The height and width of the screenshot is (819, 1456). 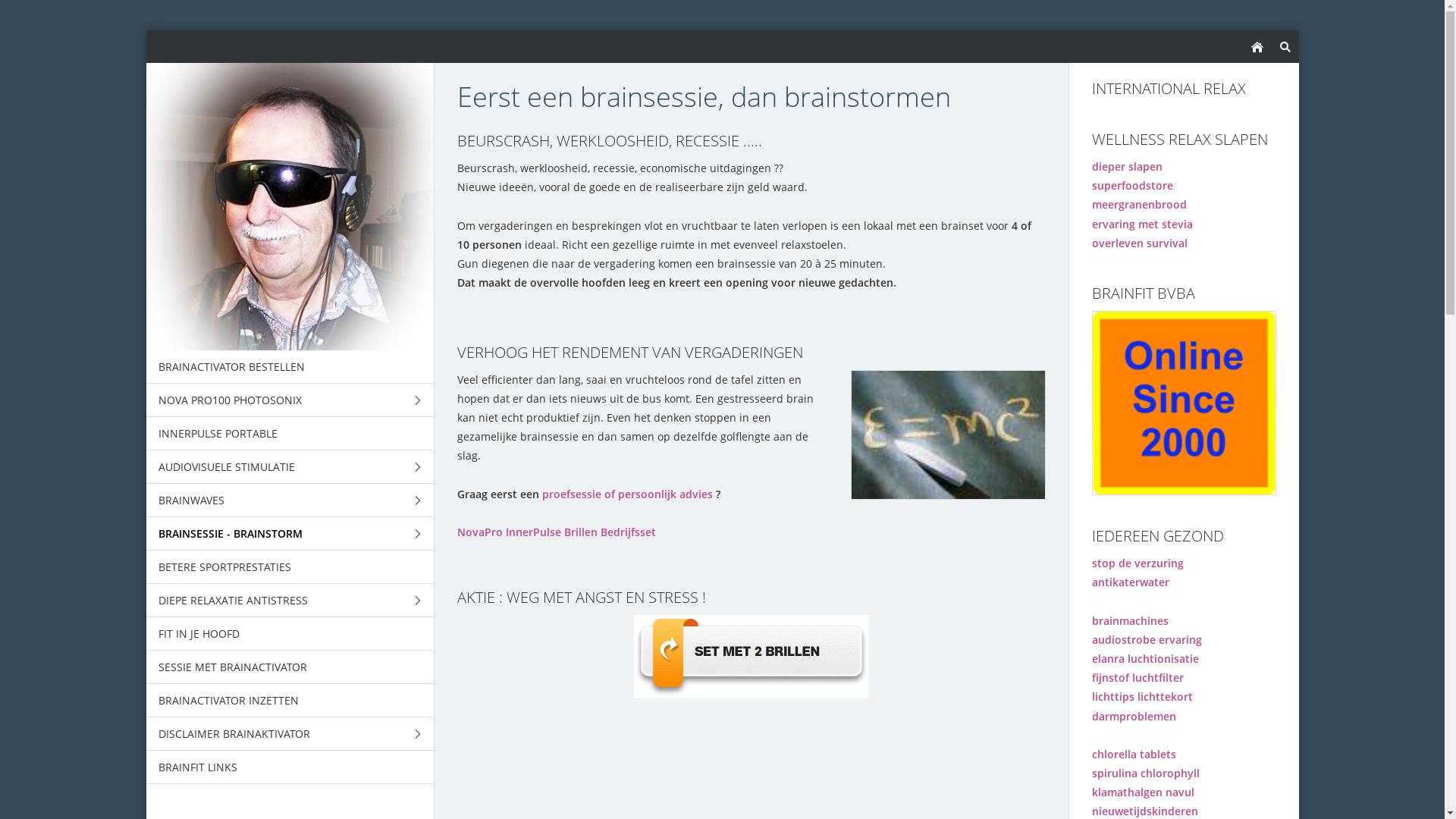 I want to click on 'BRAINACTIVATOR BESTELLEN', so click(x=289, y=366).